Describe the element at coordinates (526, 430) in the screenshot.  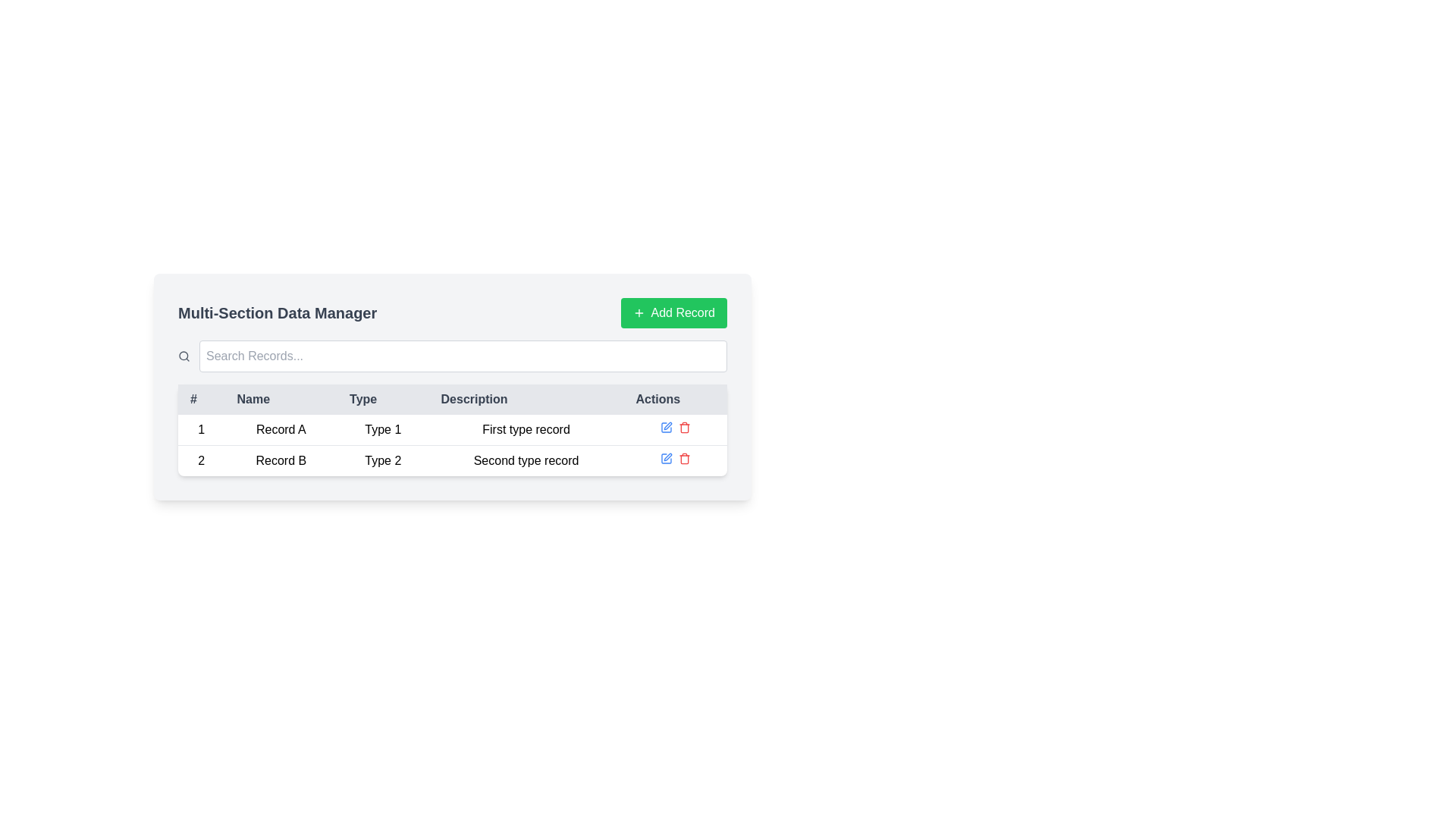
I see `the text label displaying 'First type record' located in the 'Description' column of the first row in the data table, which is positioned between the 'Type 1' entry and the 'Actions' section` at that location.